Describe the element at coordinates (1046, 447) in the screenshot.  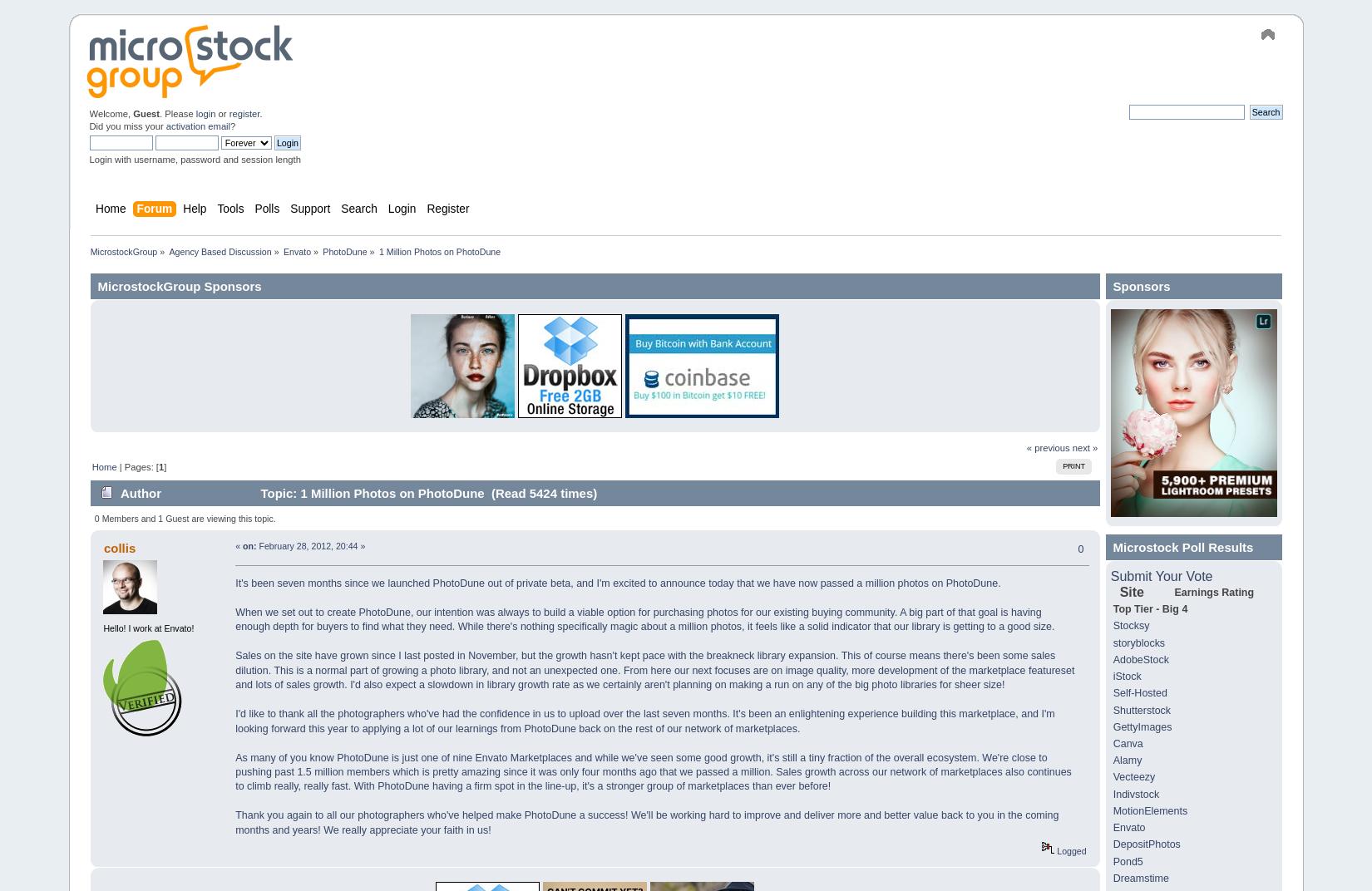
I see `'« previous'` at that location.